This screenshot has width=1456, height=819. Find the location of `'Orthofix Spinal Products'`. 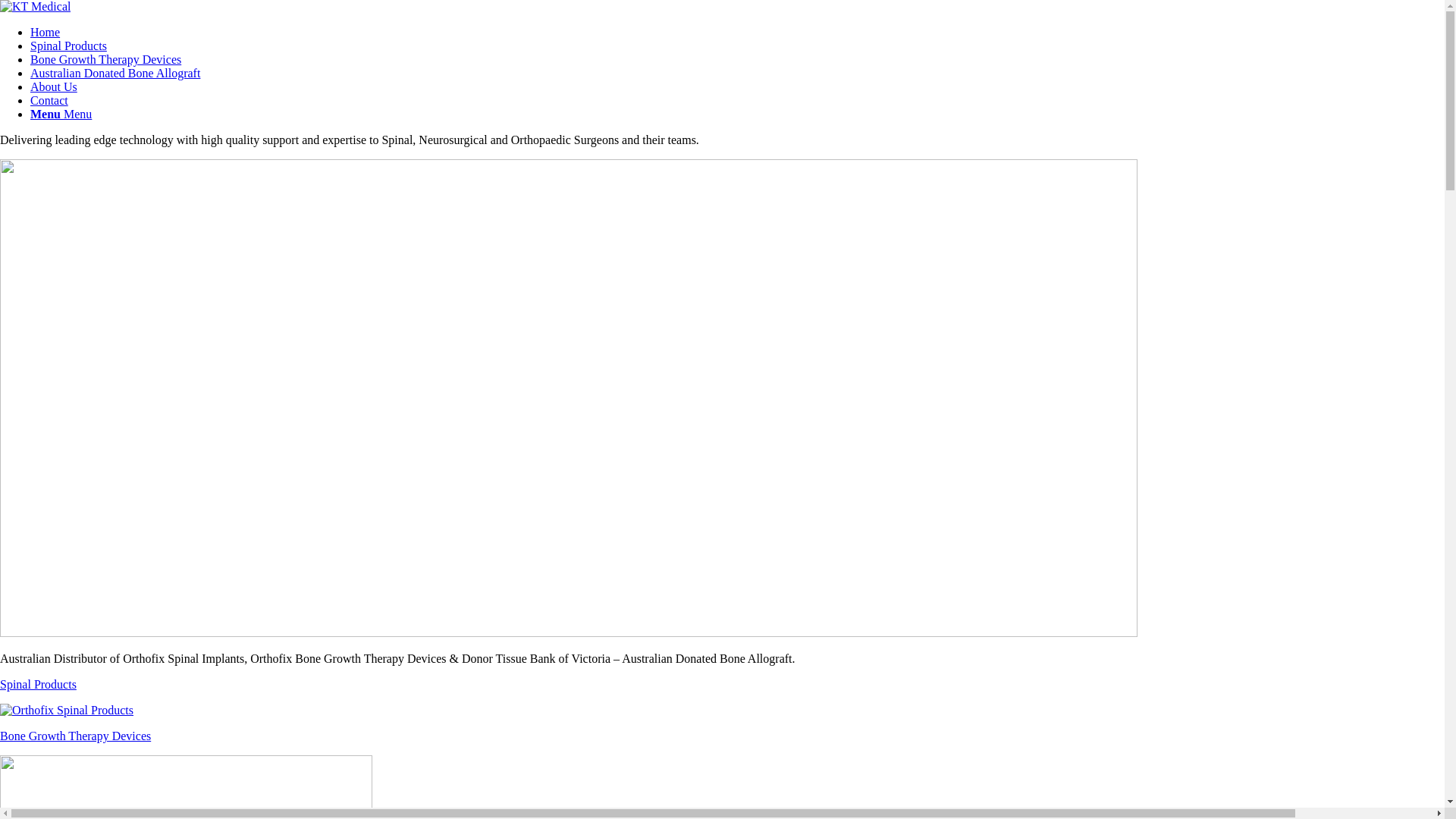

'Orthofix Spinal Products' is located at coordinates (65, 711).